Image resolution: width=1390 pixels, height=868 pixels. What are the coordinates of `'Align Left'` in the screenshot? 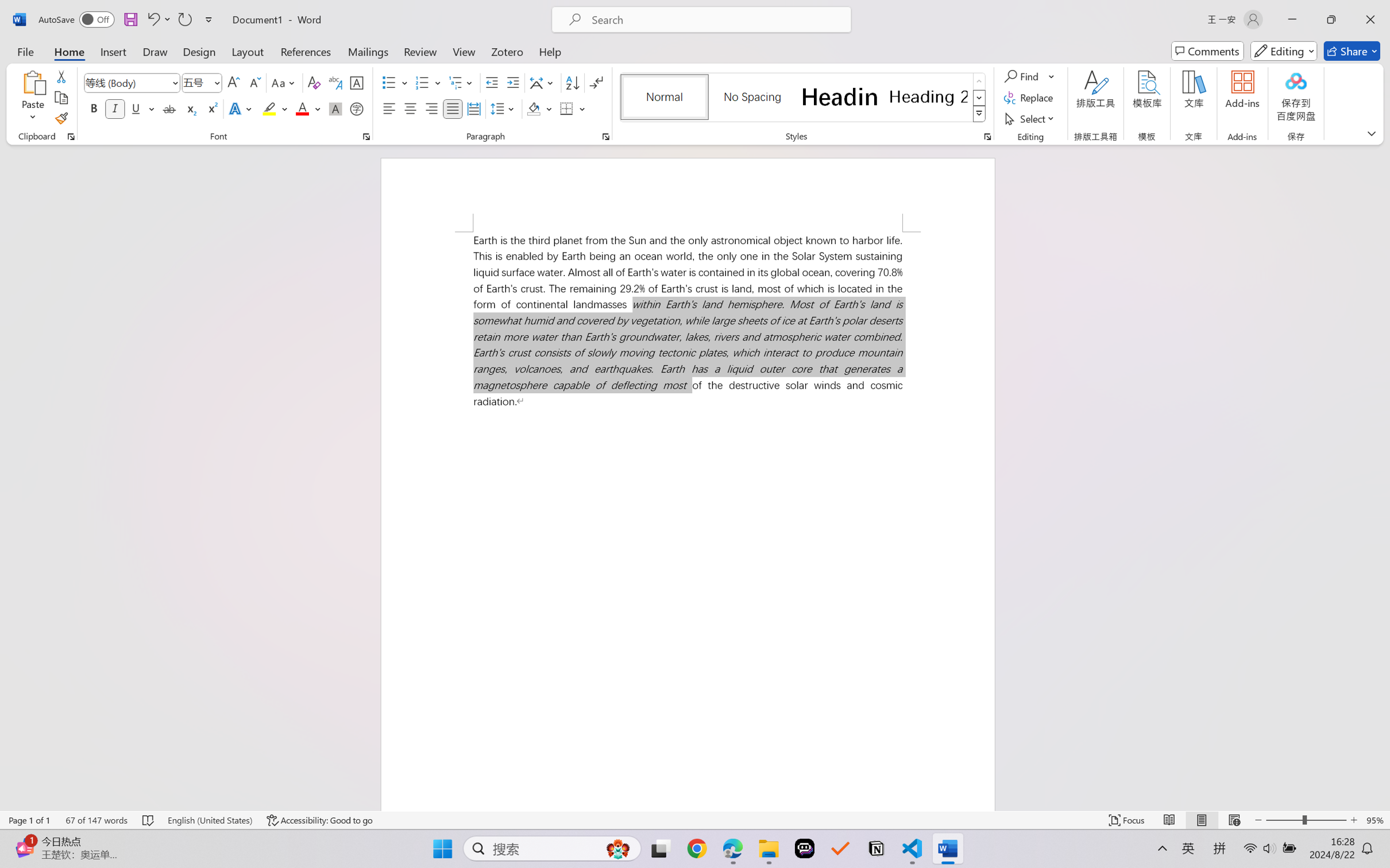 It's located at (389, 108).